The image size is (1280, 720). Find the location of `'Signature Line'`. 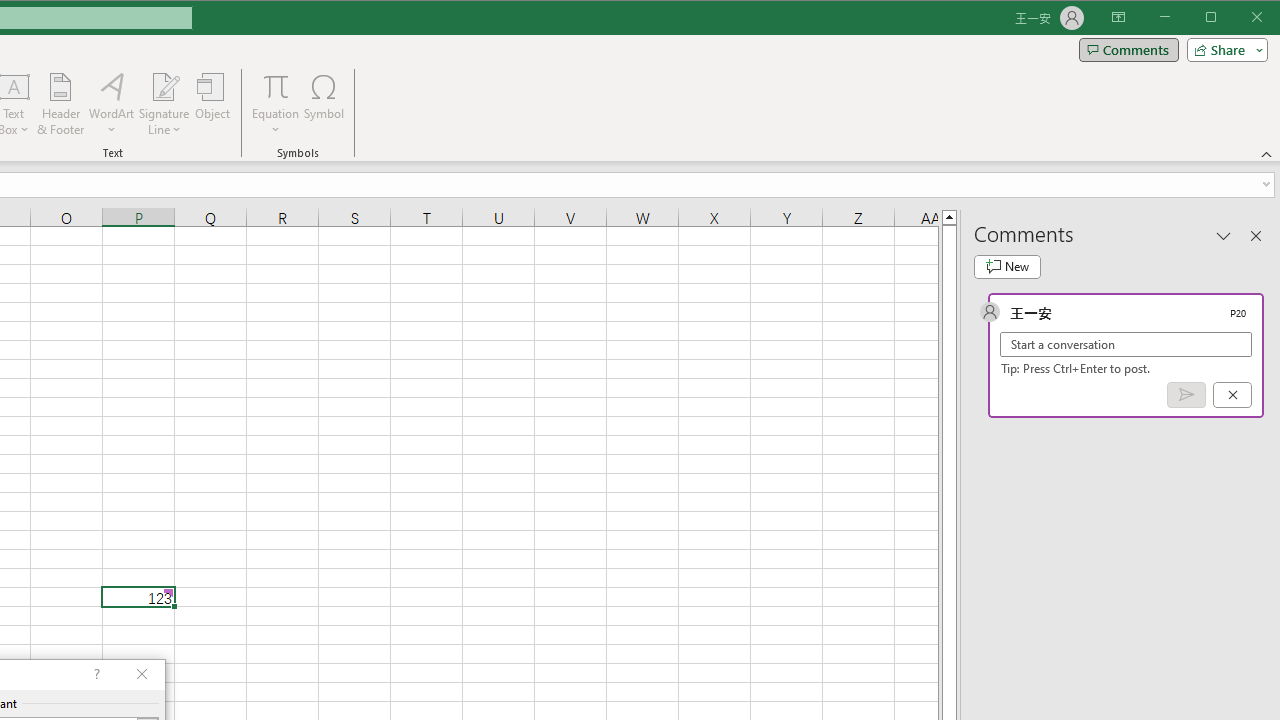

'Signature Line' is located at coordinates (164, 85).